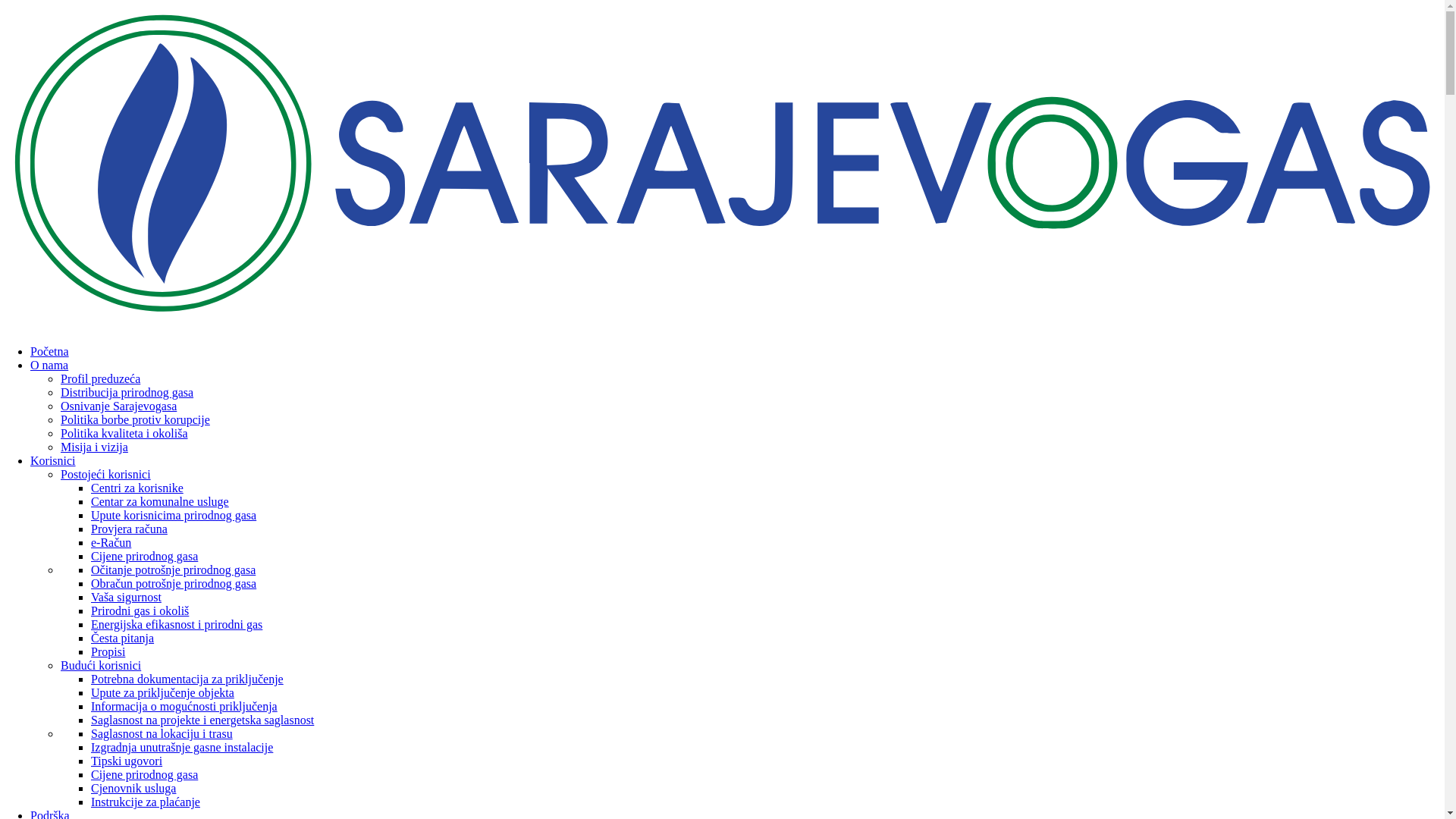 The image size is (1456, 819). Describe the element at coordinates (160, 501) in the screenshot. I see `'Centar za komunalne usluge'` at that location.